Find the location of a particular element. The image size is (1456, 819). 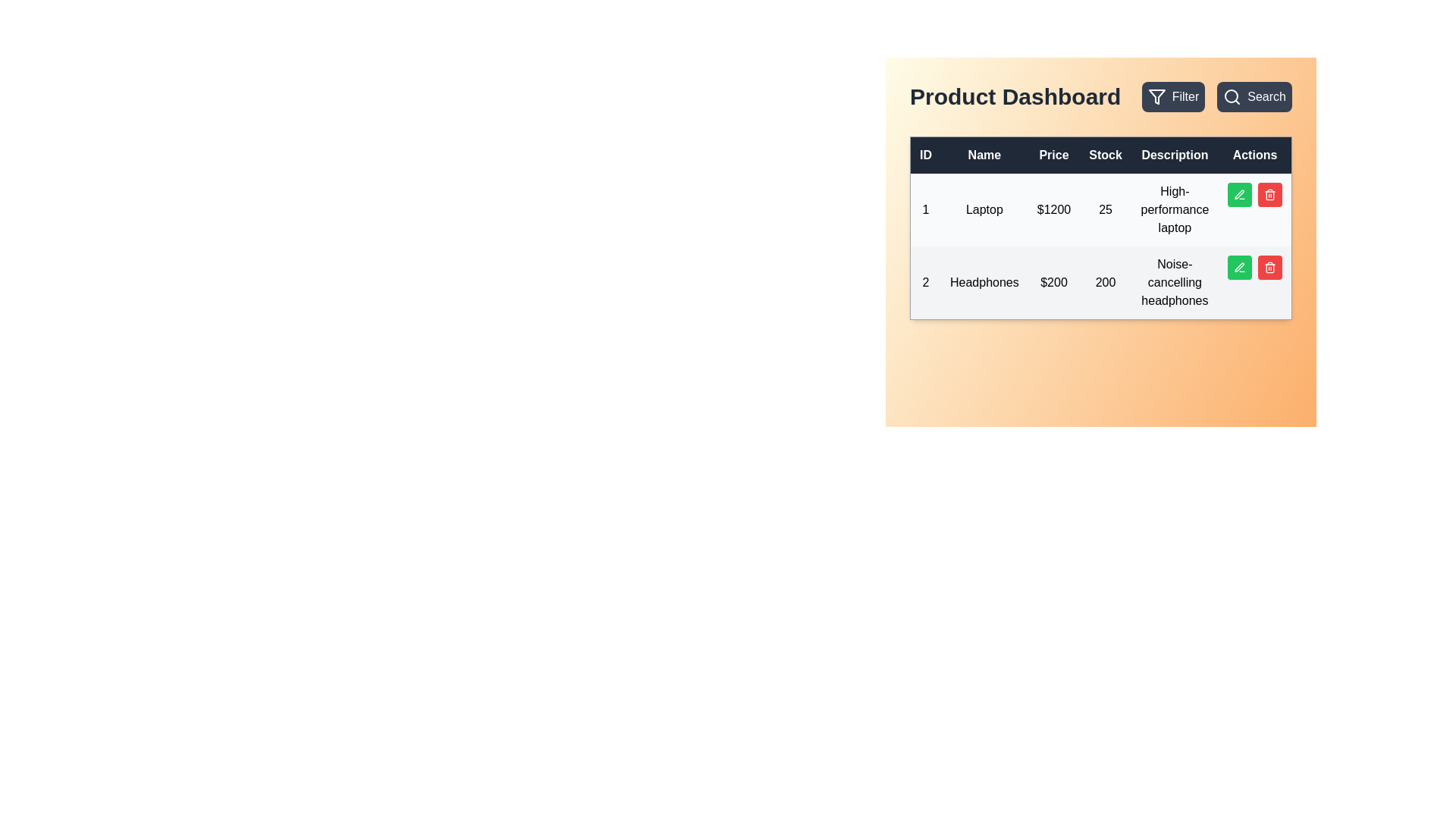

the text label displaying 'Actions', which is the sixth item in the header row of a table, positioned to the far right after the 'Description' column header is located at coordinates (1255, 155).